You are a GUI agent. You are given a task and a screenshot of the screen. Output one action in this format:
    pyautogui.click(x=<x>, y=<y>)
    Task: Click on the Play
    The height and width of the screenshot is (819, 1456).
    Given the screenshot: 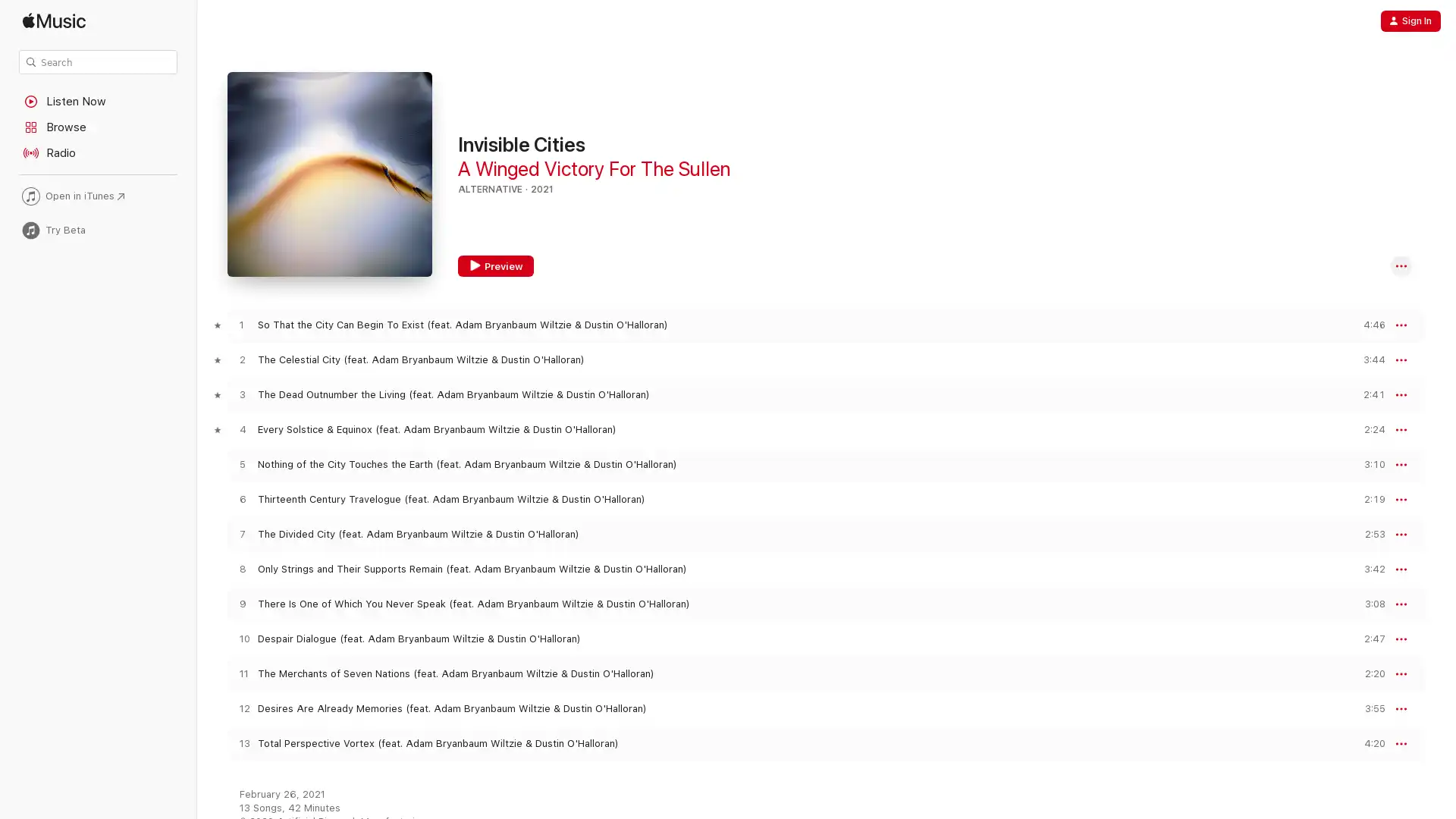 What is the action you would take?
    pyautogui.click(x=241, y=708)
    